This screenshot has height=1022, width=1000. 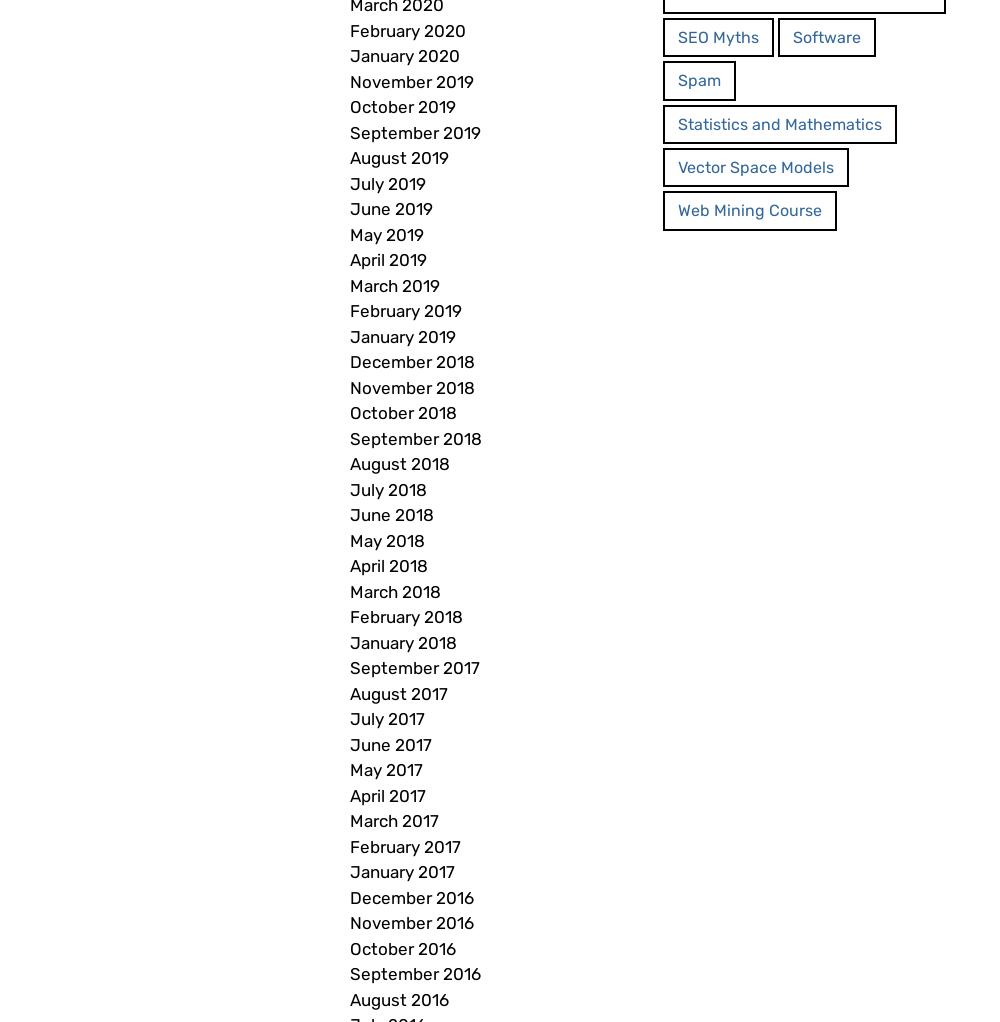 I want to click on 'September 2017', so click(x=415, y=666).